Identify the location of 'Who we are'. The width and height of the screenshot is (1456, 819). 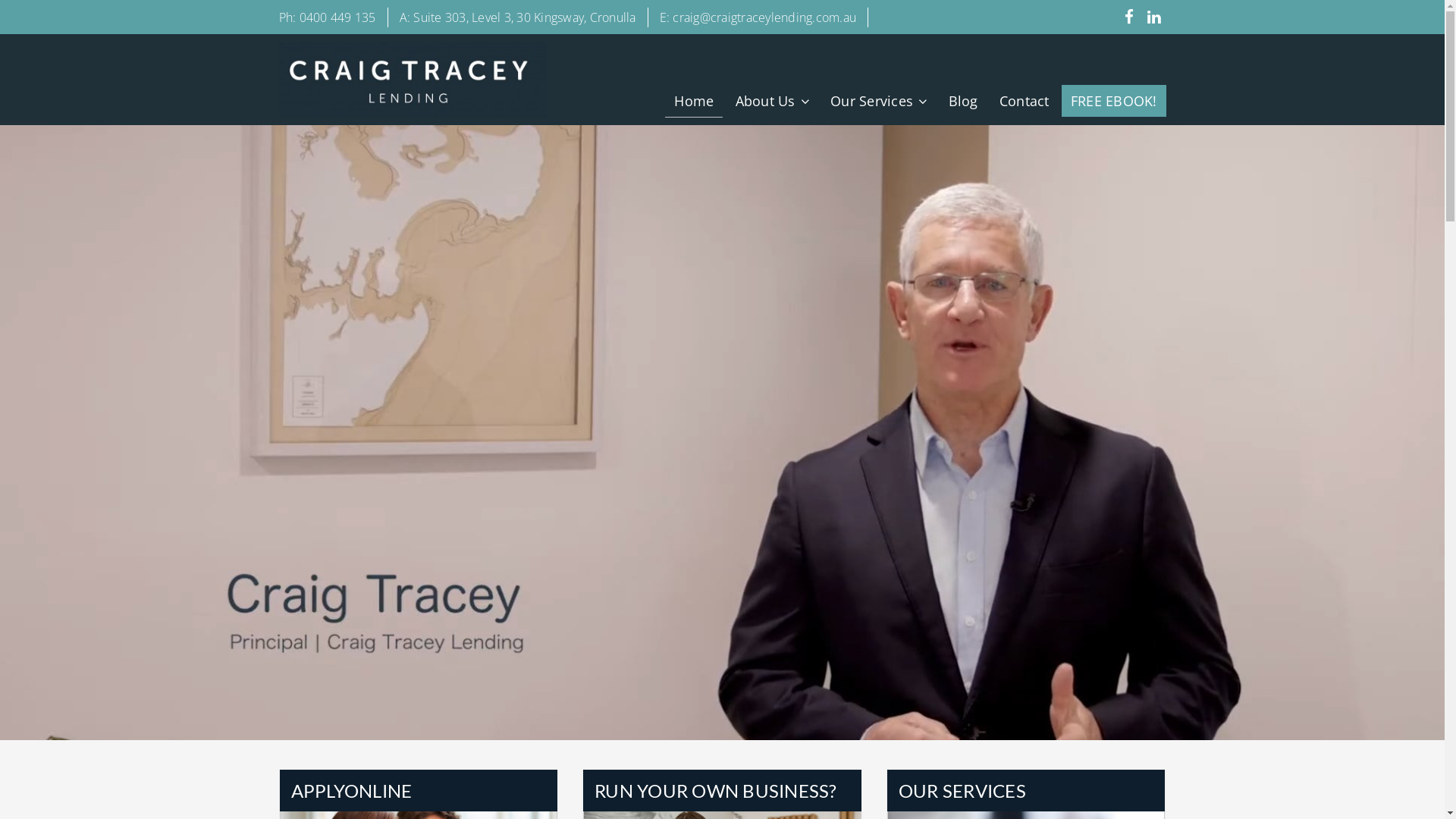
(723, 133).